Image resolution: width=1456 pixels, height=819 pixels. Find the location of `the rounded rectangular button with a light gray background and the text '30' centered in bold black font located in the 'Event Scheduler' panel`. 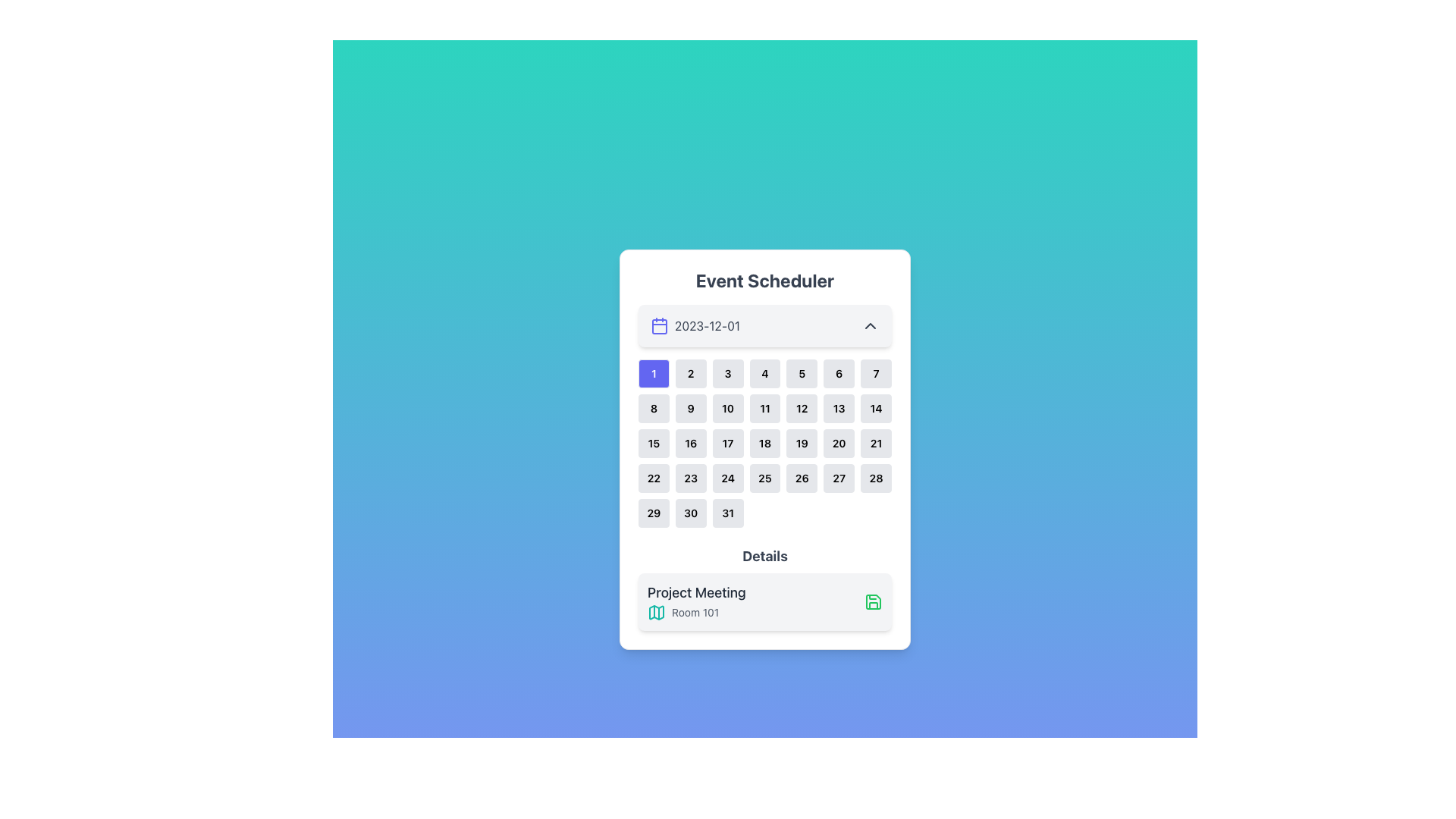

the rounded rectangular button with a light gray background and the text '30' centered in bold black font located in the 'Event Scheduler' panel is located at coordinates (690, 513).